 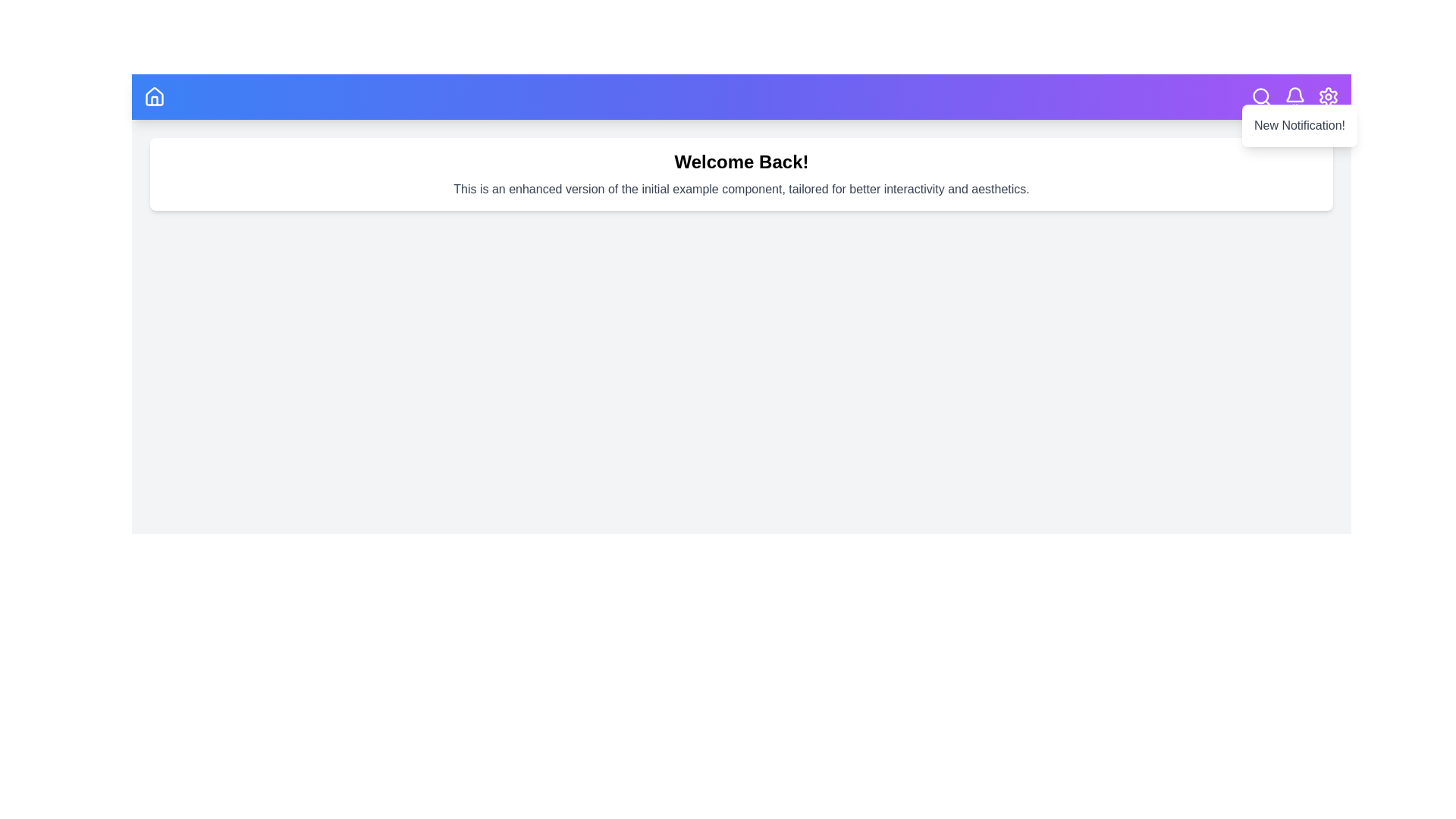 What do you see at coordinates (742, 189) in the screenshot?
I see `the descriptive paragraph under the heading` at bounding box center [742, 189].